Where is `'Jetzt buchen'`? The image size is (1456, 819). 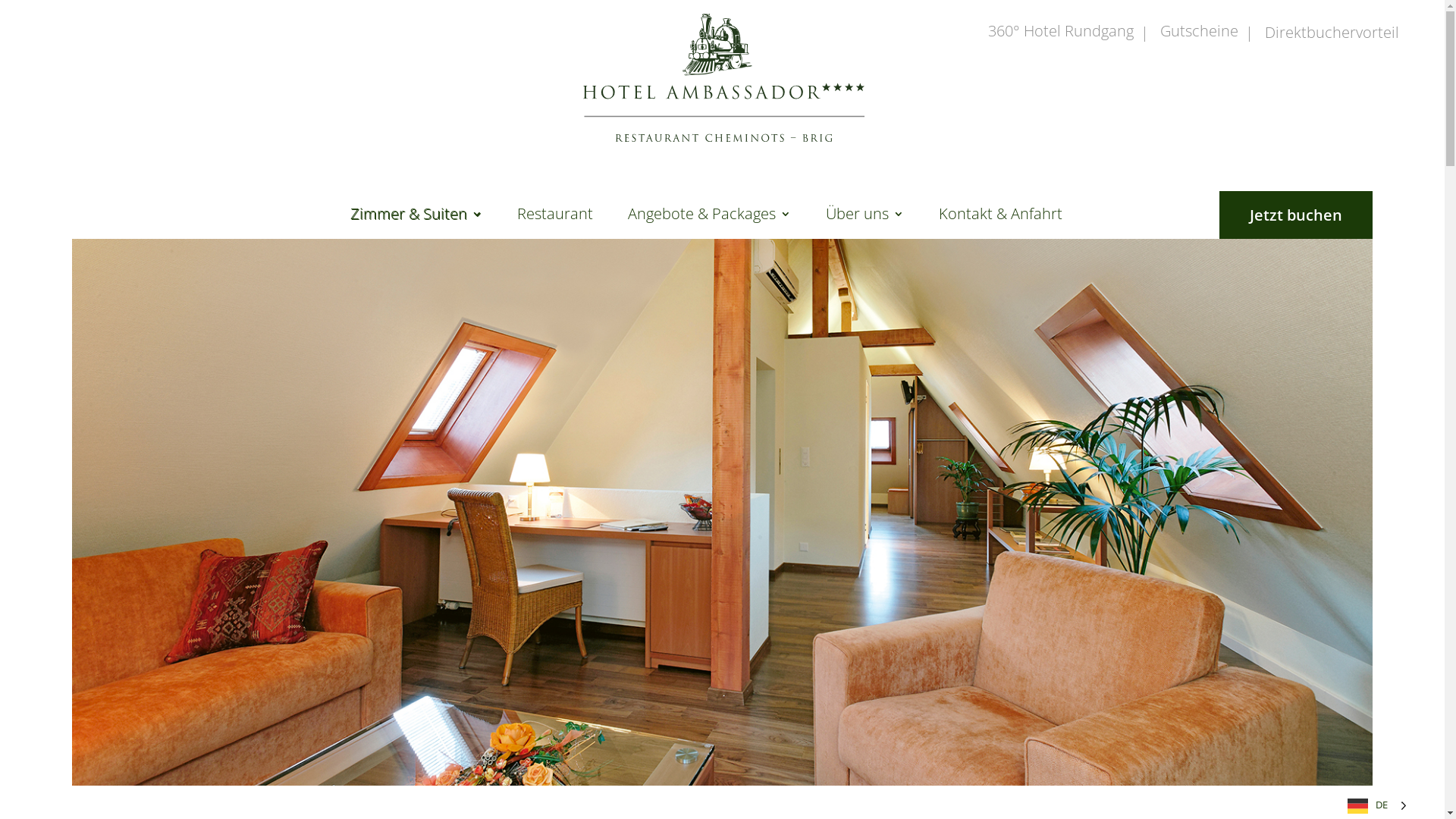
'Jetzt buchen' is located at coordinates (1294, 215).